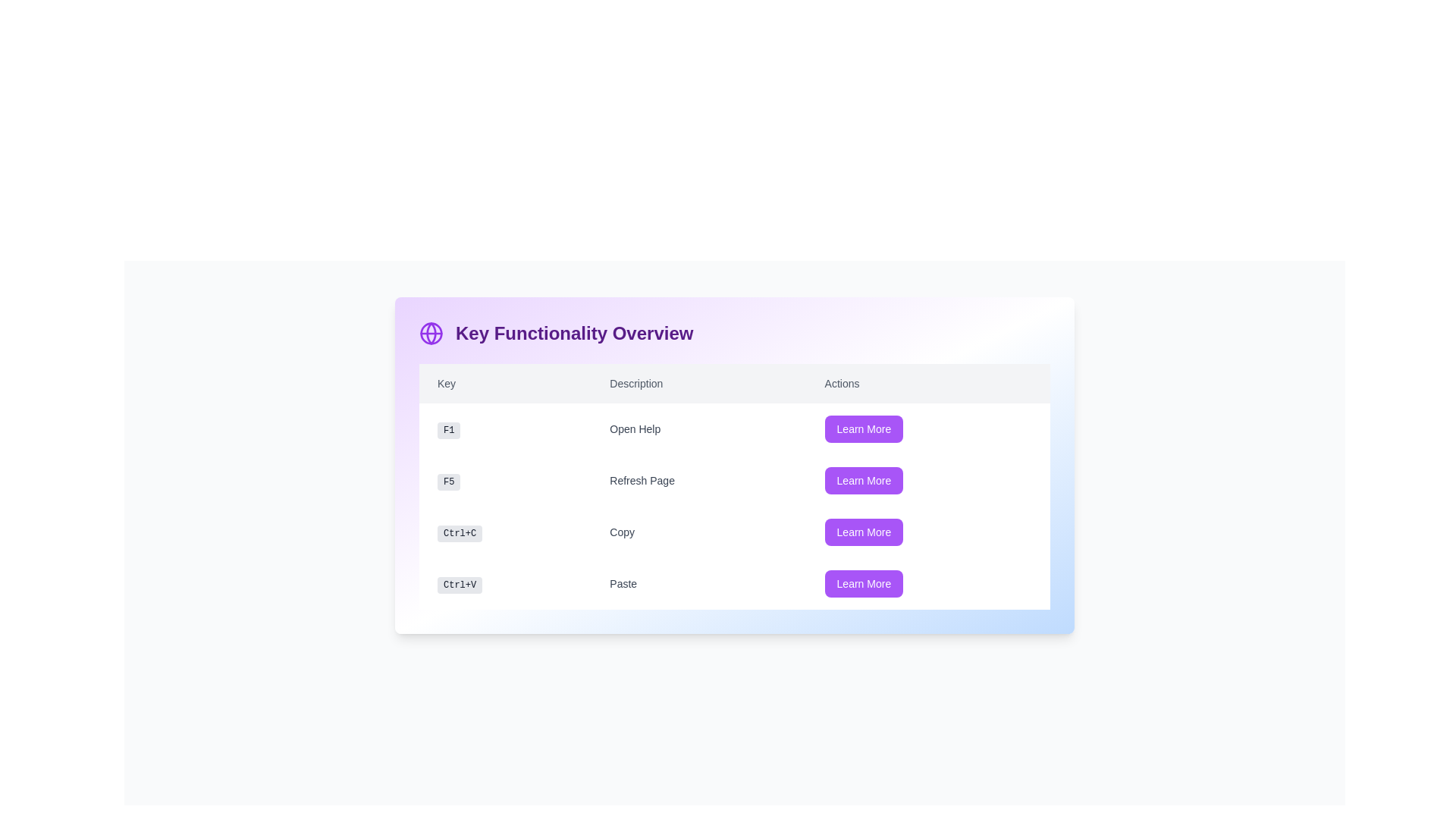 The height and width of the screenshot is (819, 1456). I want to click on the 'Learn More' button located in the third row of the table, which describes the 'Copy' functionality and is situated between the 'F5 - Refresh Page' and 'Ctrl+V - Paste' rows, so click(735, 532).